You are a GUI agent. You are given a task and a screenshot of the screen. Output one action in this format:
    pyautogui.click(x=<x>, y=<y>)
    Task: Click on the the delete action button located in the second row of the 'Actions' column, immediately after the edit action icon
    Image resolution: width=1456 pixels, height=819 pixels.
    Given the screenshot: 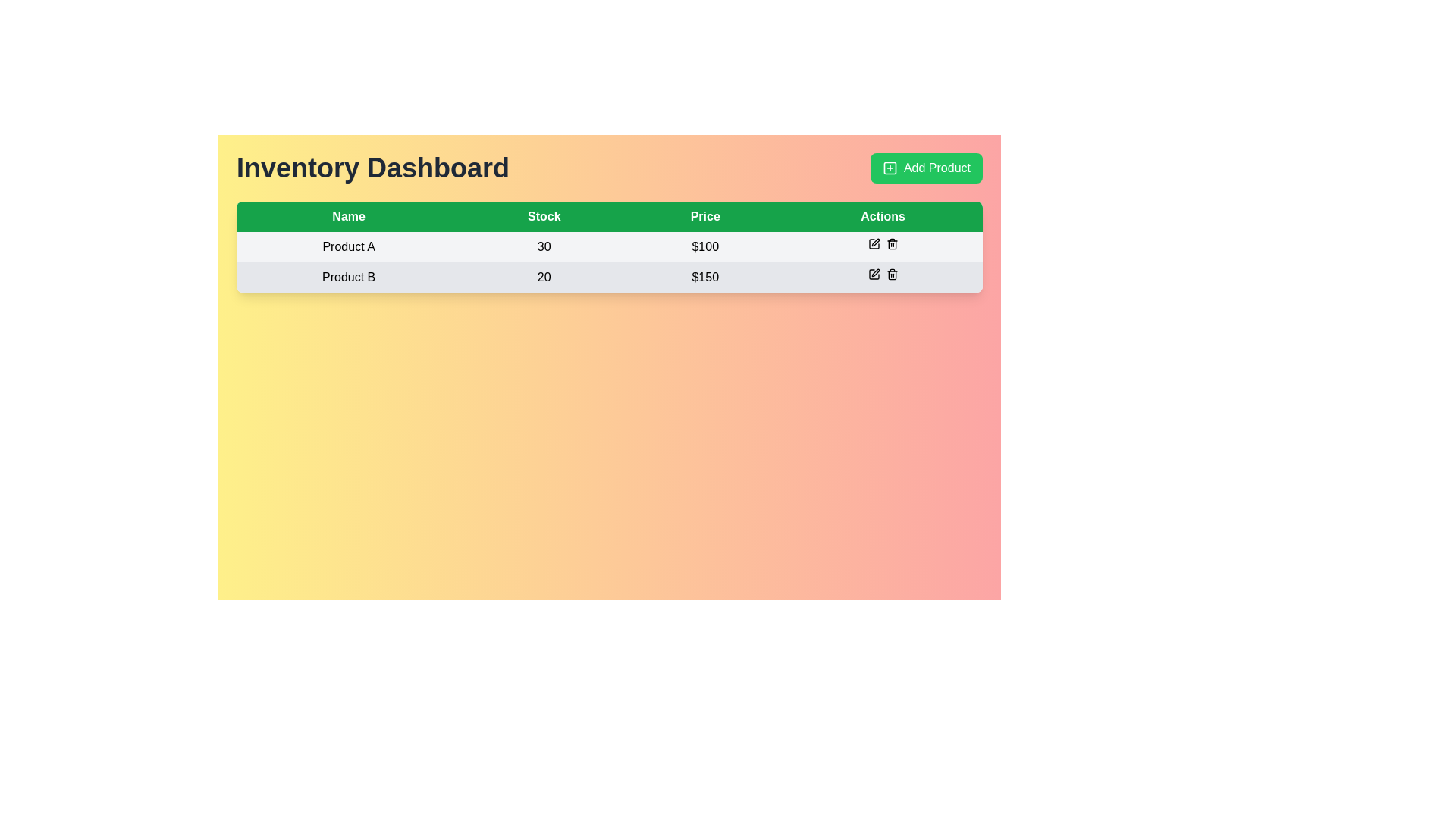 What is the action you would take?
    pyautogui.click(x=892, y=275)
    